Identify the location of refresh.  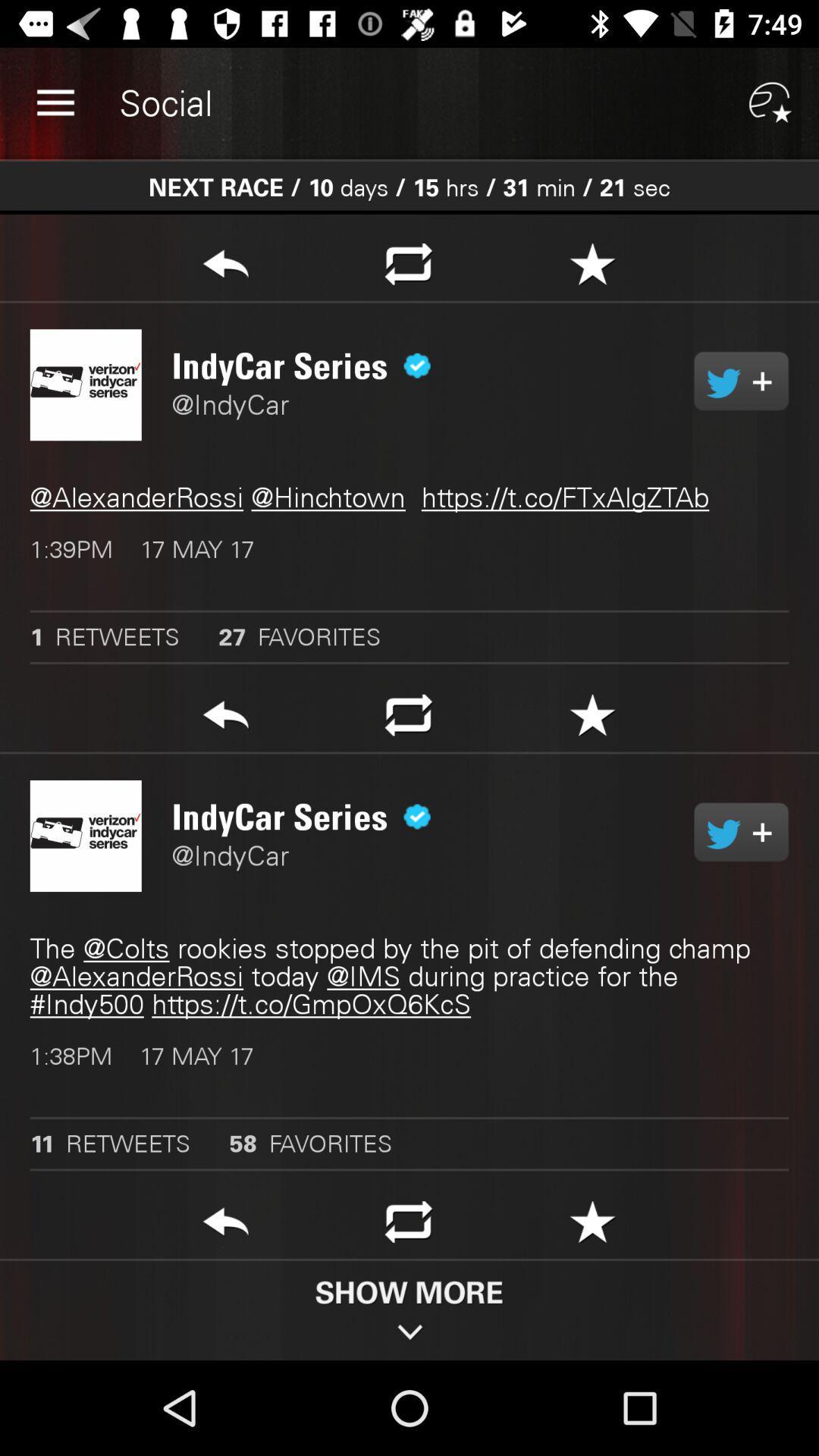
(408, 1226).